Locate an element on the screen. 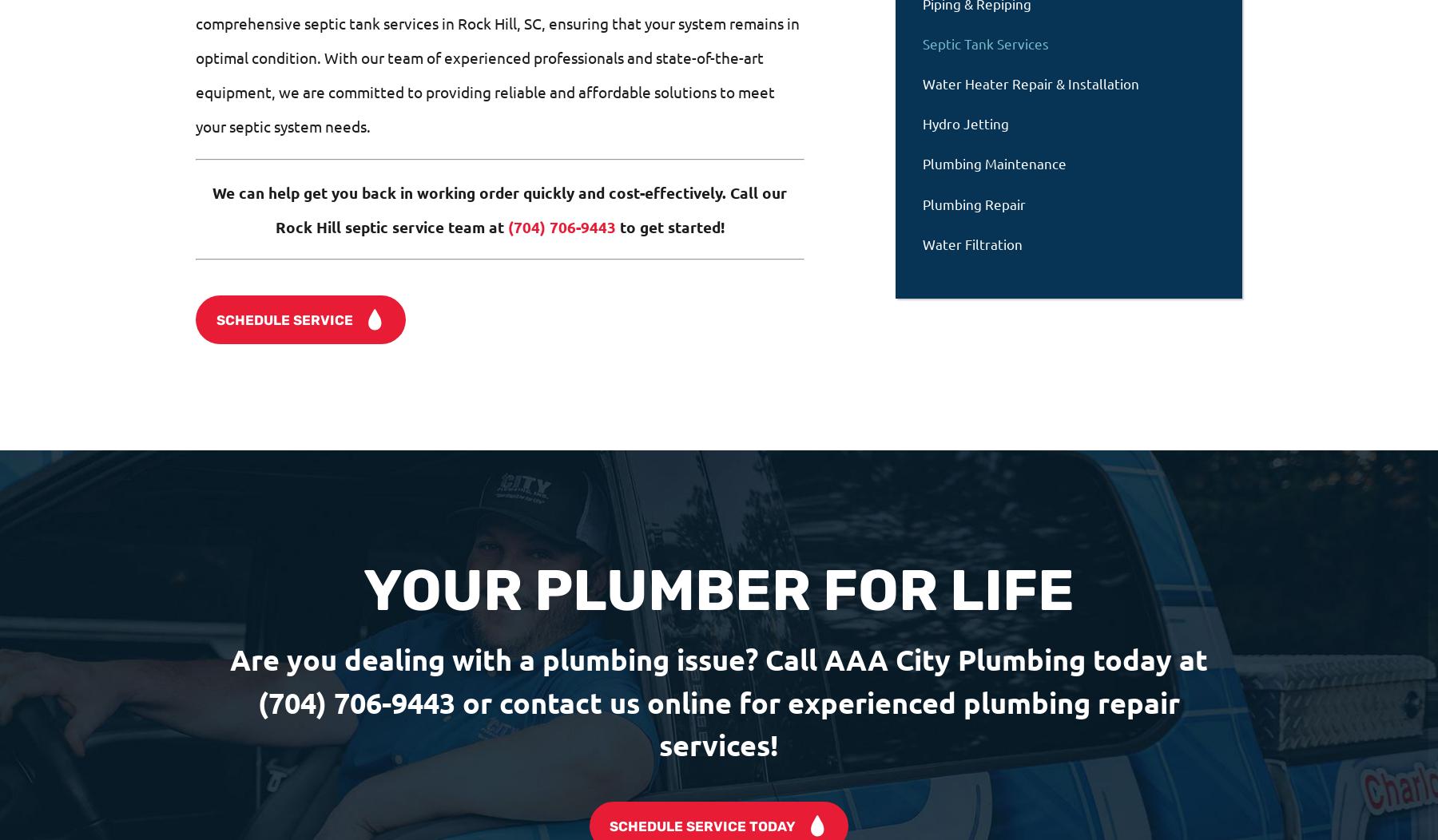 This screenshot has height=840, width=1438. 'Contact' is located at coordinates (239, 763).